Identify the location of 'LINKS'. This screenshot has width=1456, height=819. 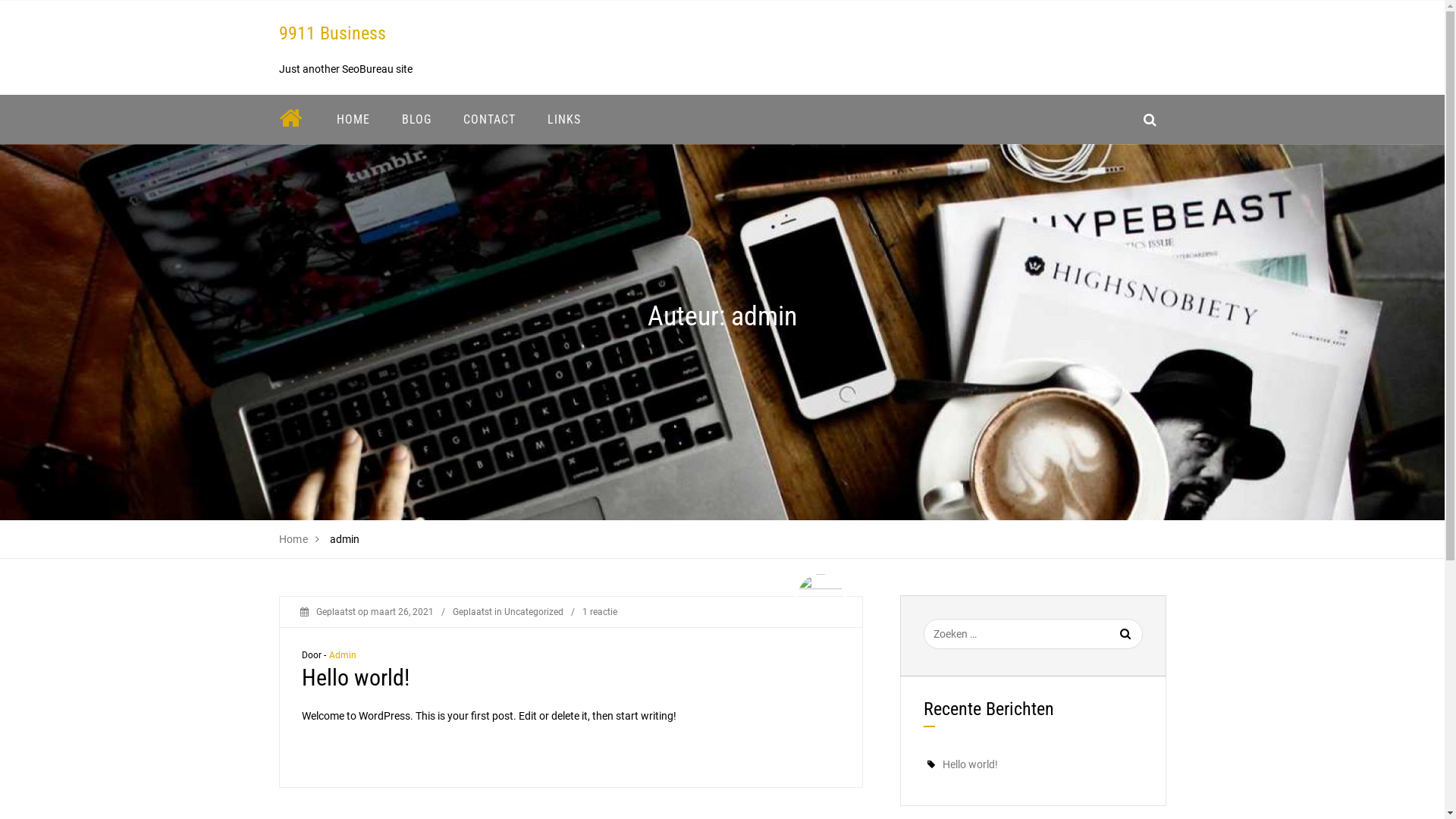
(563, 118).